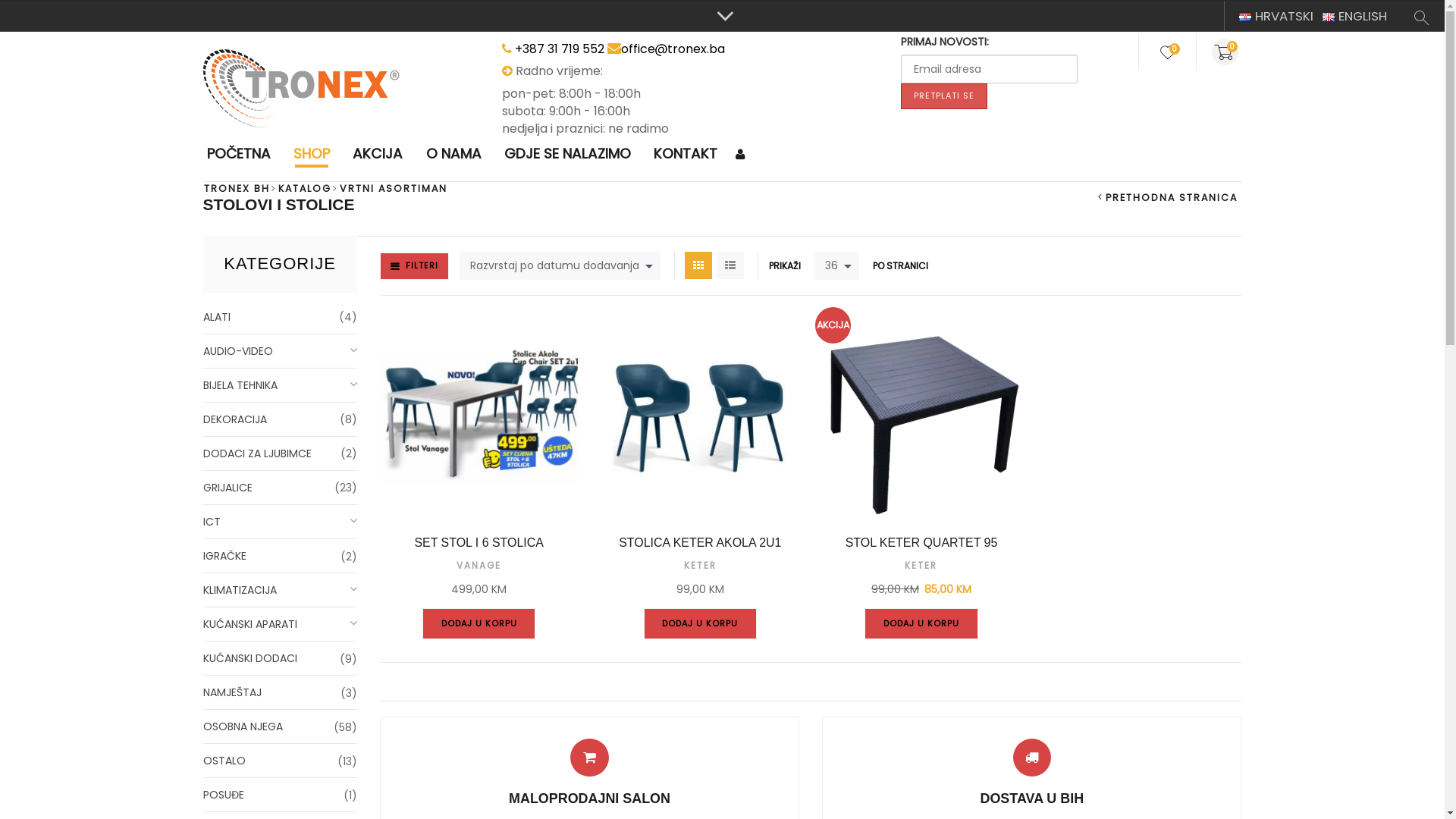 The width and height of the screenshot is (1456, 819). Describe the element at coordinates (478, 565) in the screenshot. I see `'VANAGE'` at that location.